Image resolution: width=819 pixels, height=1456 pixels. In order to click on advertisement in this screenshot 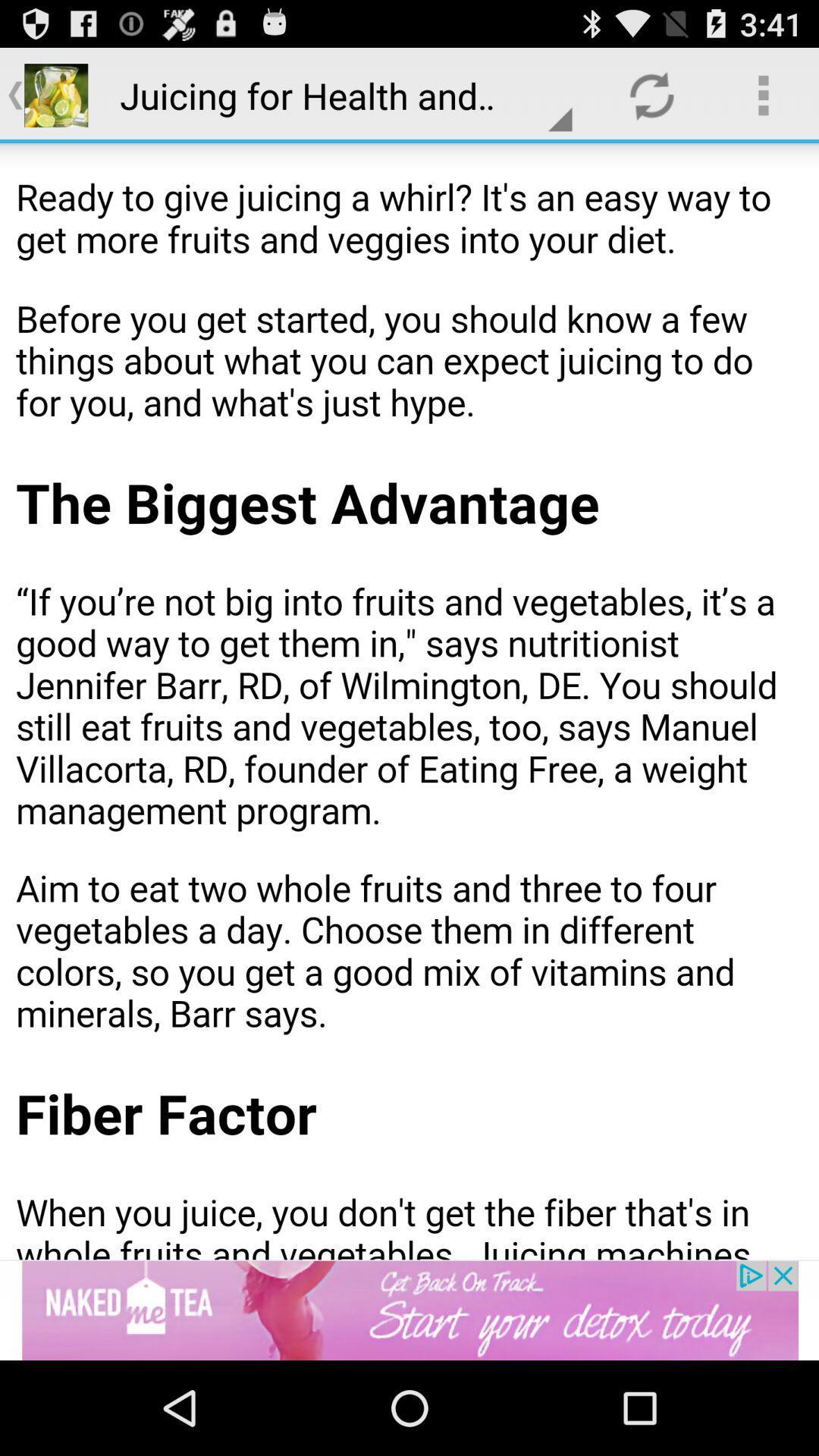, I will do `click(409, 1310)`.